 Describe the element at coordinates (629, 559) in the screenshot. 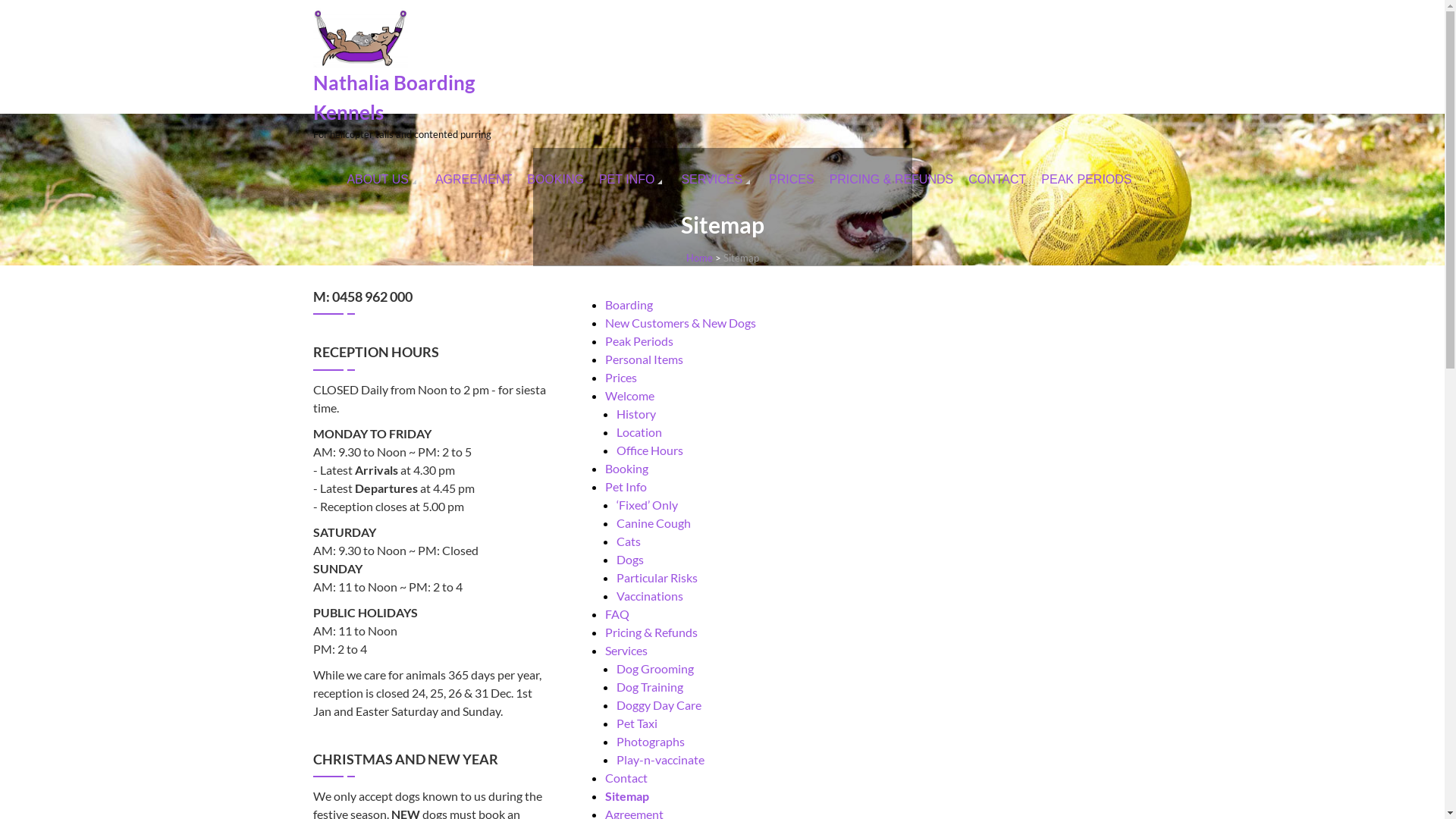

I see `'Dogs'` at that location.